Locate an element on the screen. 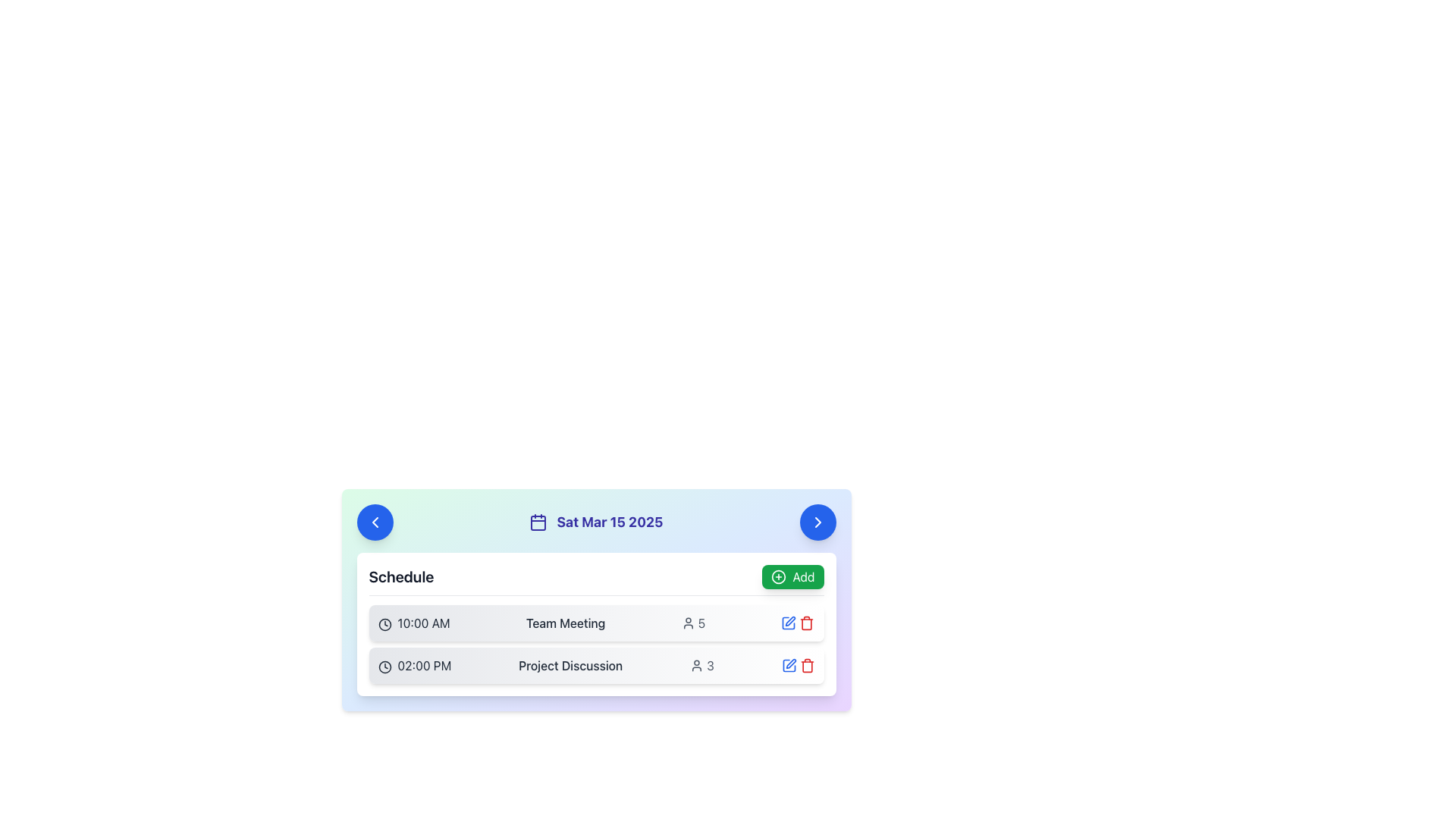 The height and width of the screenshot is (819, 1456). the navigational button located at the top-right corner of the section containing the date 'Sat Mar 15 2025' is located at coordinates (817, 522).